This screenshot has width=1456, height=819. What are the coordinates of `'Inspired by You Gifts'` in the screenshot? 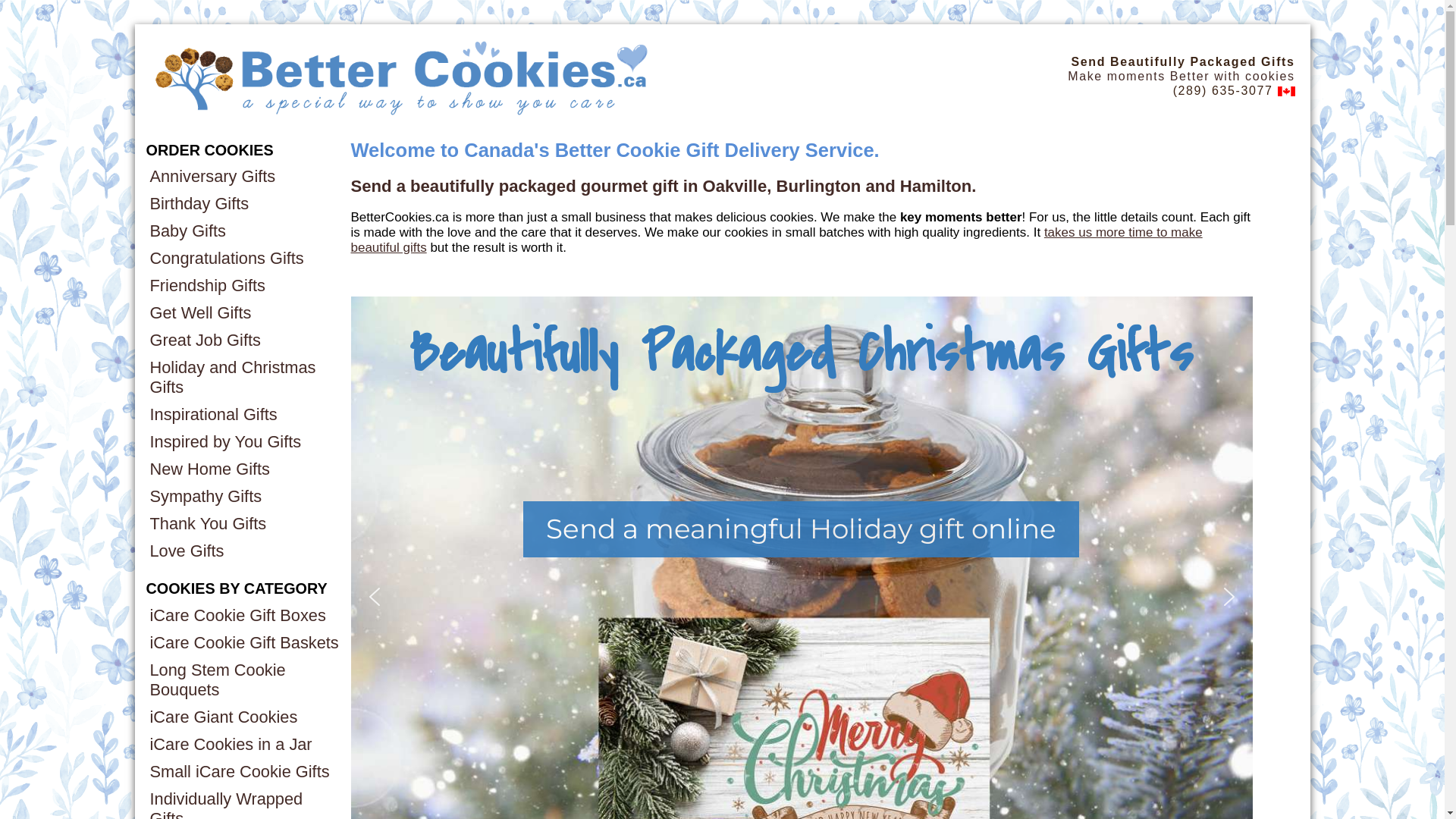 It's located at (243, 441).